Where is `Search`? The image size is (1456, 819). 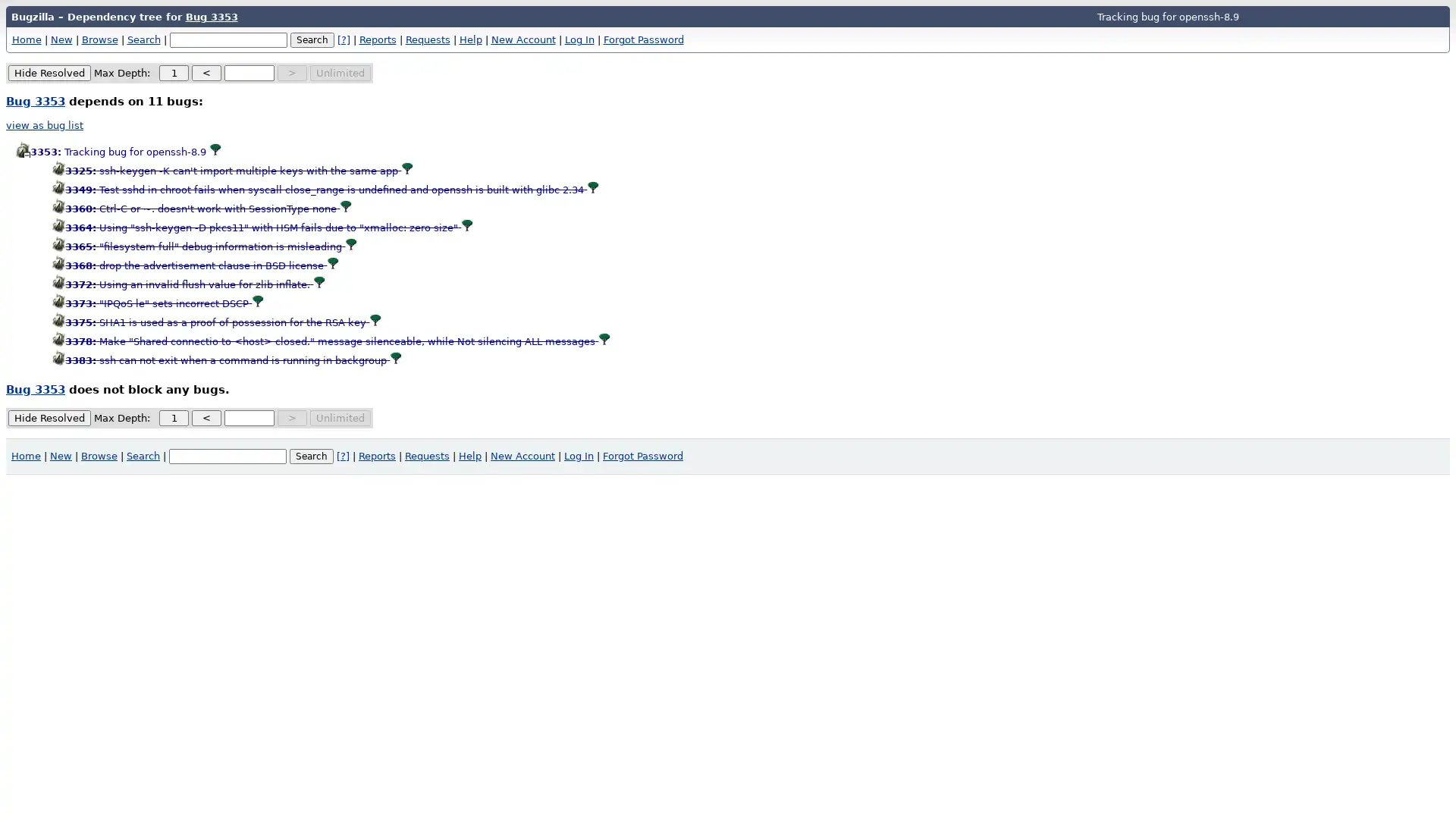 Search is located at coordinates (311, 38).